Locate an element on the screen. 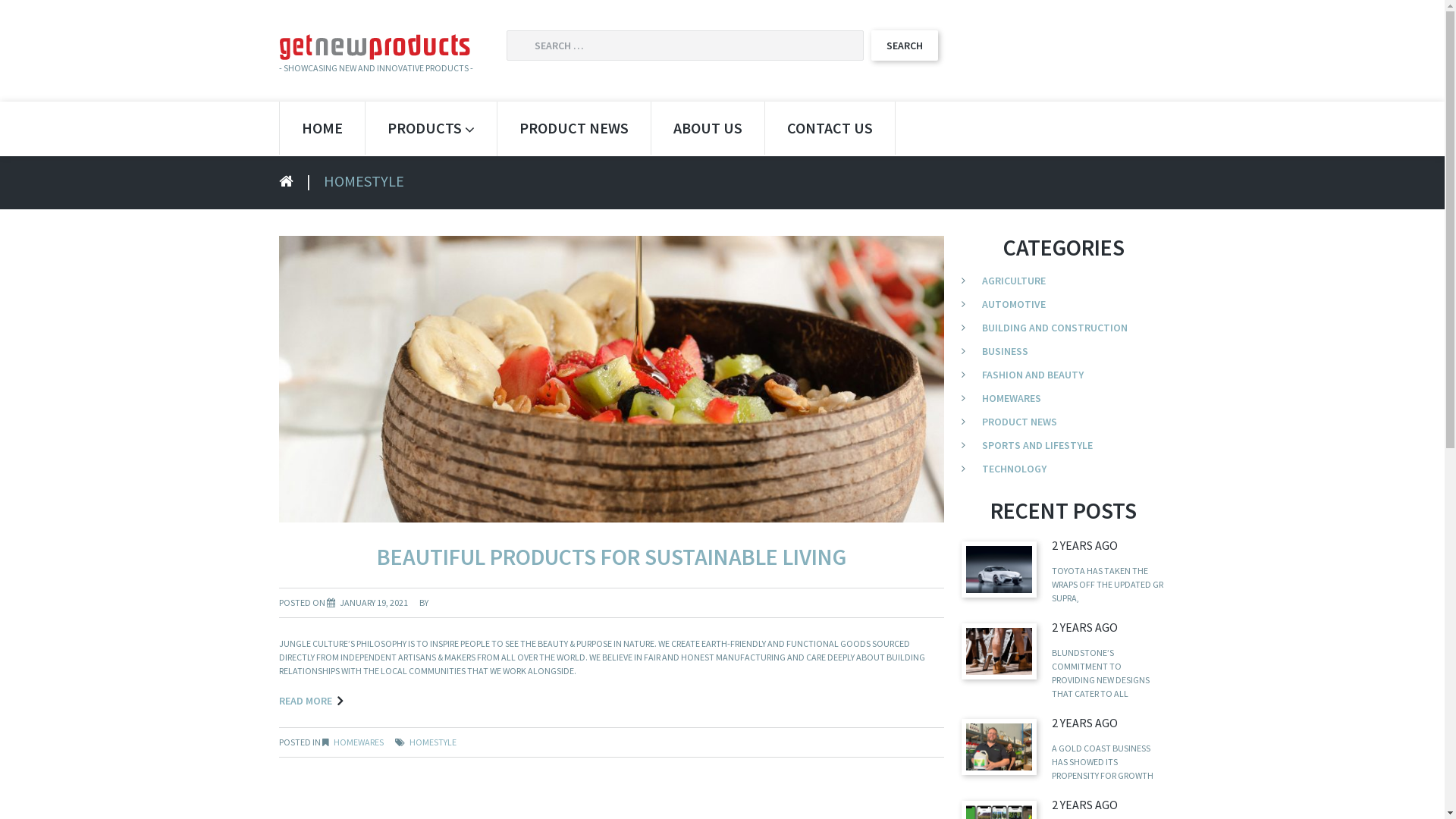 This screenshot has height=819, width=1456. 'CONTACT US' is located at coordinates (828, 127).